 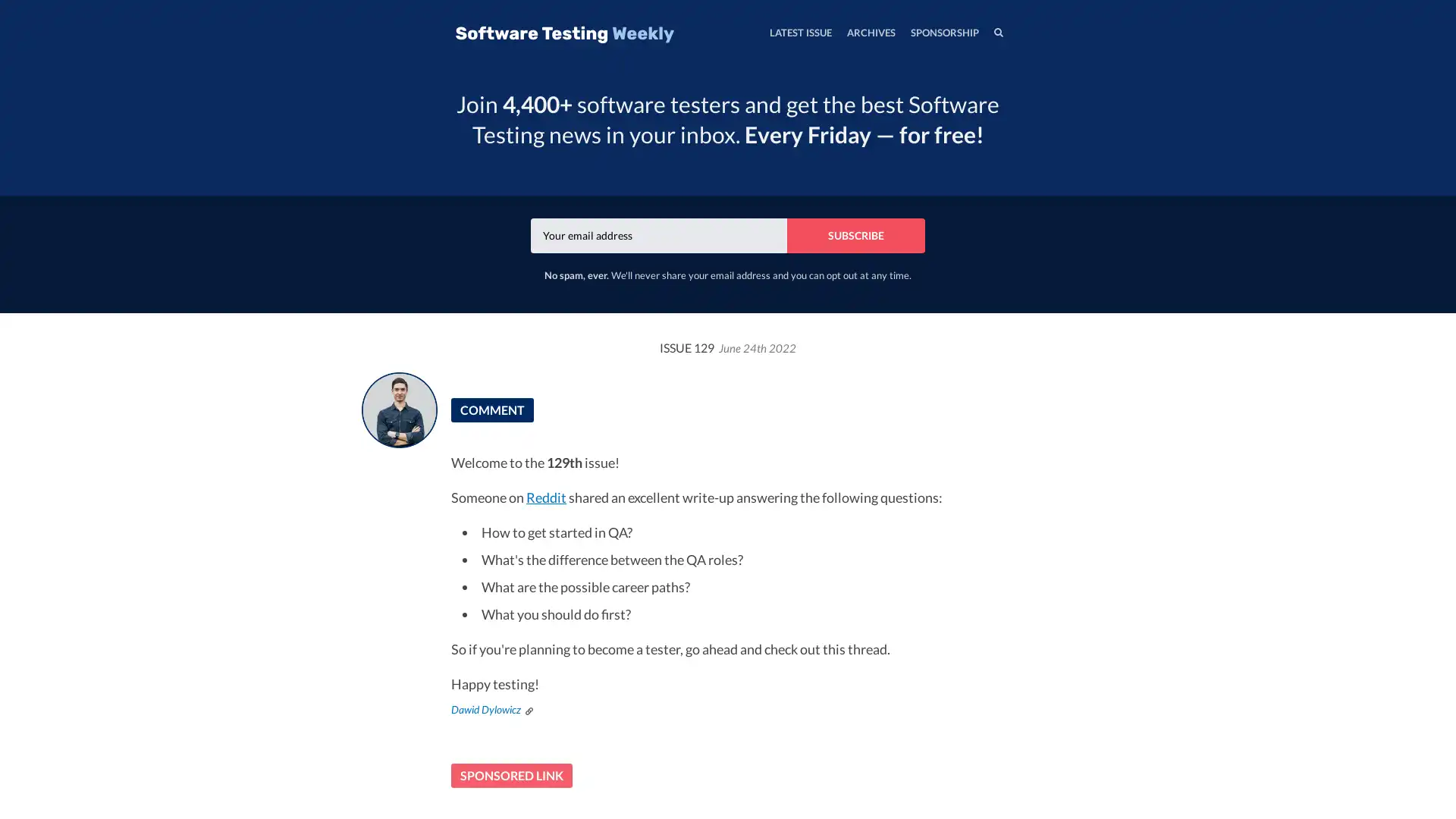 I want to click on SUBSCRIBE, so click(x=855, y=234).